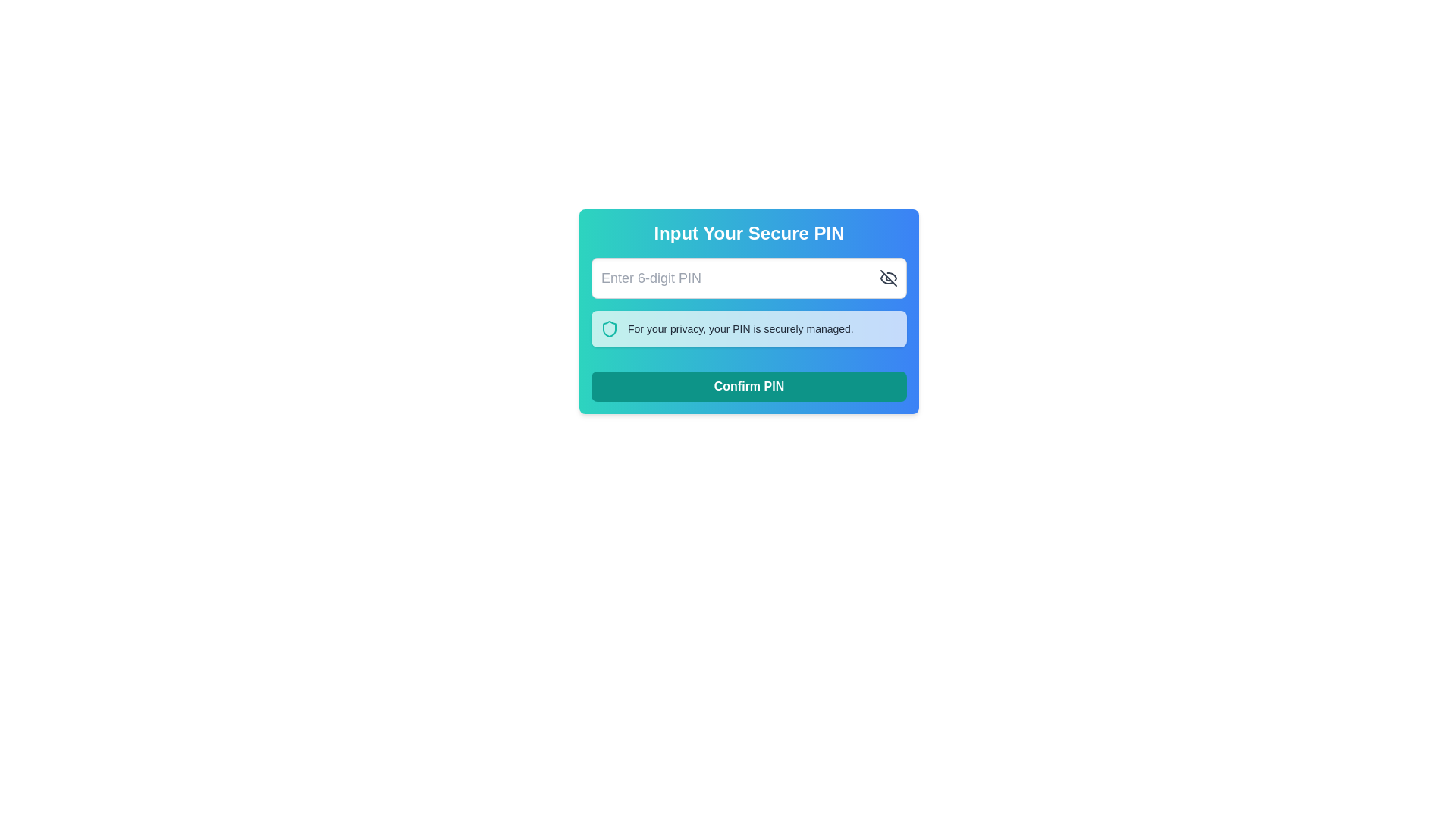 The height and width of the screenshot is (819, 1456). What do you see at coordinates (888, 278) in the screenshot?
I see `the visibility toggle icon located at the right end of the 'Enter 6-digit PIN' input field` at bounding box center [888, 278].